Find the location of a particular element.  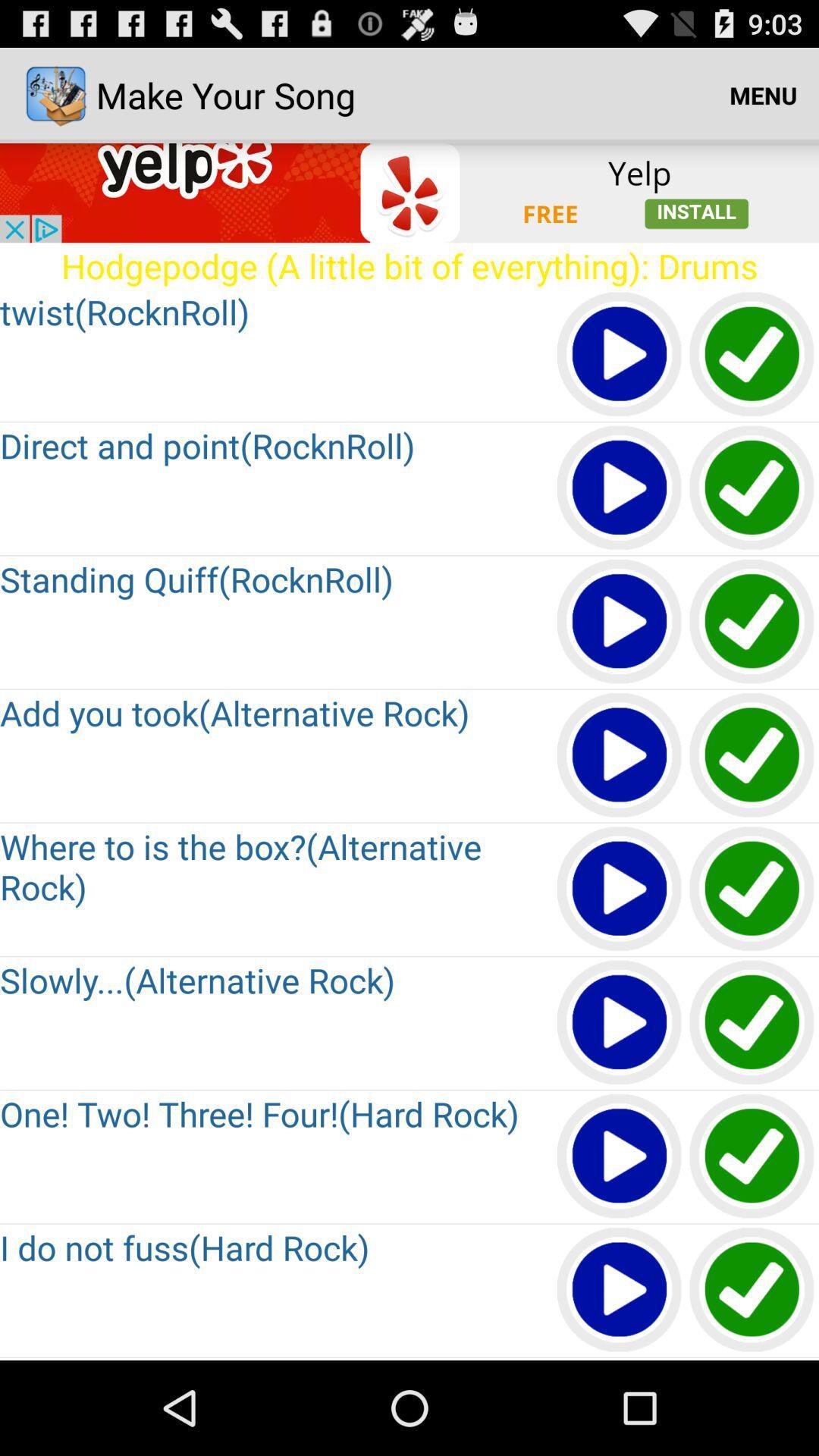

approve is located at coordinates (752, 354).